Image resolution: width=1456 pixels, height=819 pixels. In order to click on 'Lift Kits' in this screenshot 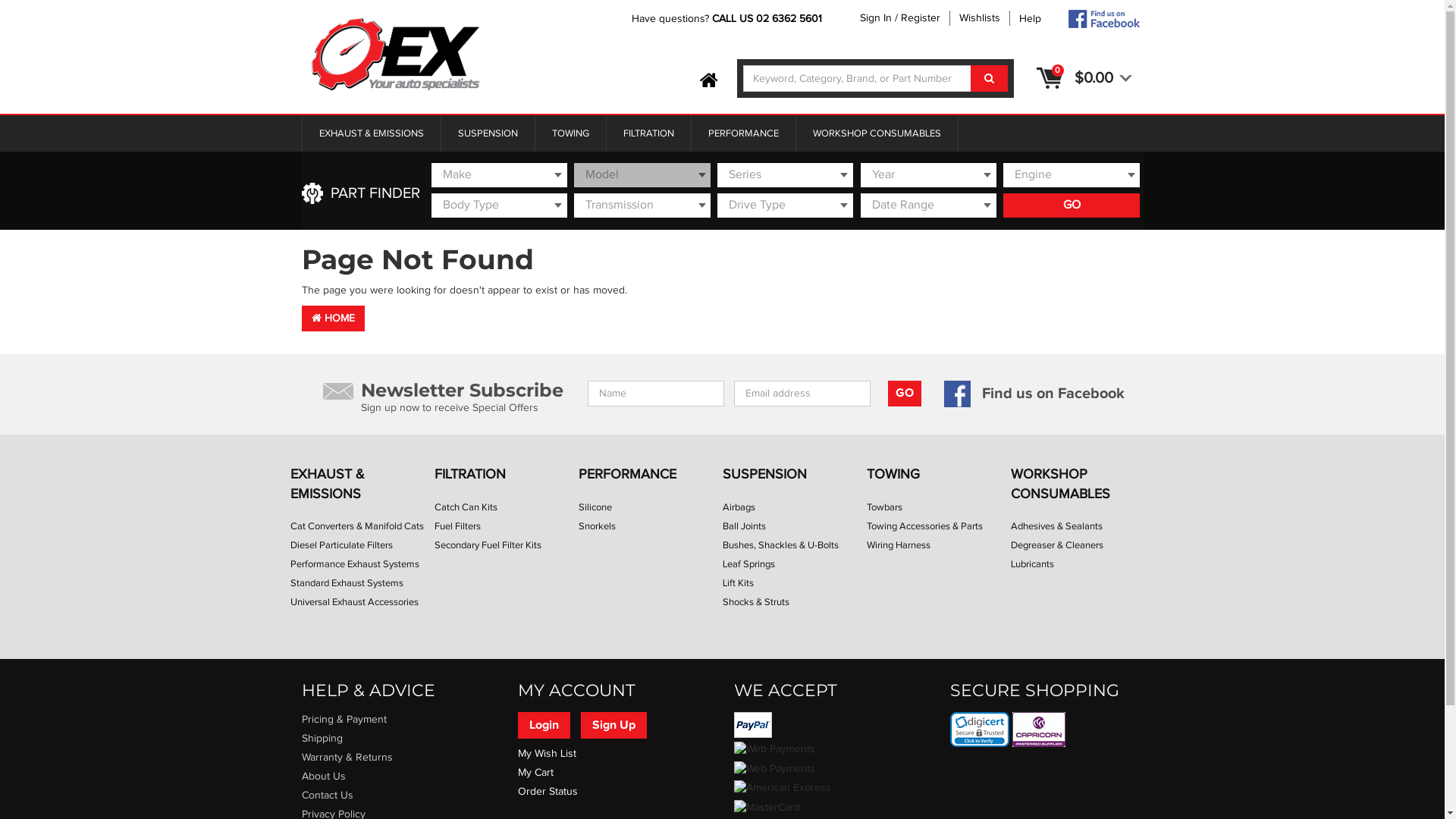, I will do `click(737, 582)`.